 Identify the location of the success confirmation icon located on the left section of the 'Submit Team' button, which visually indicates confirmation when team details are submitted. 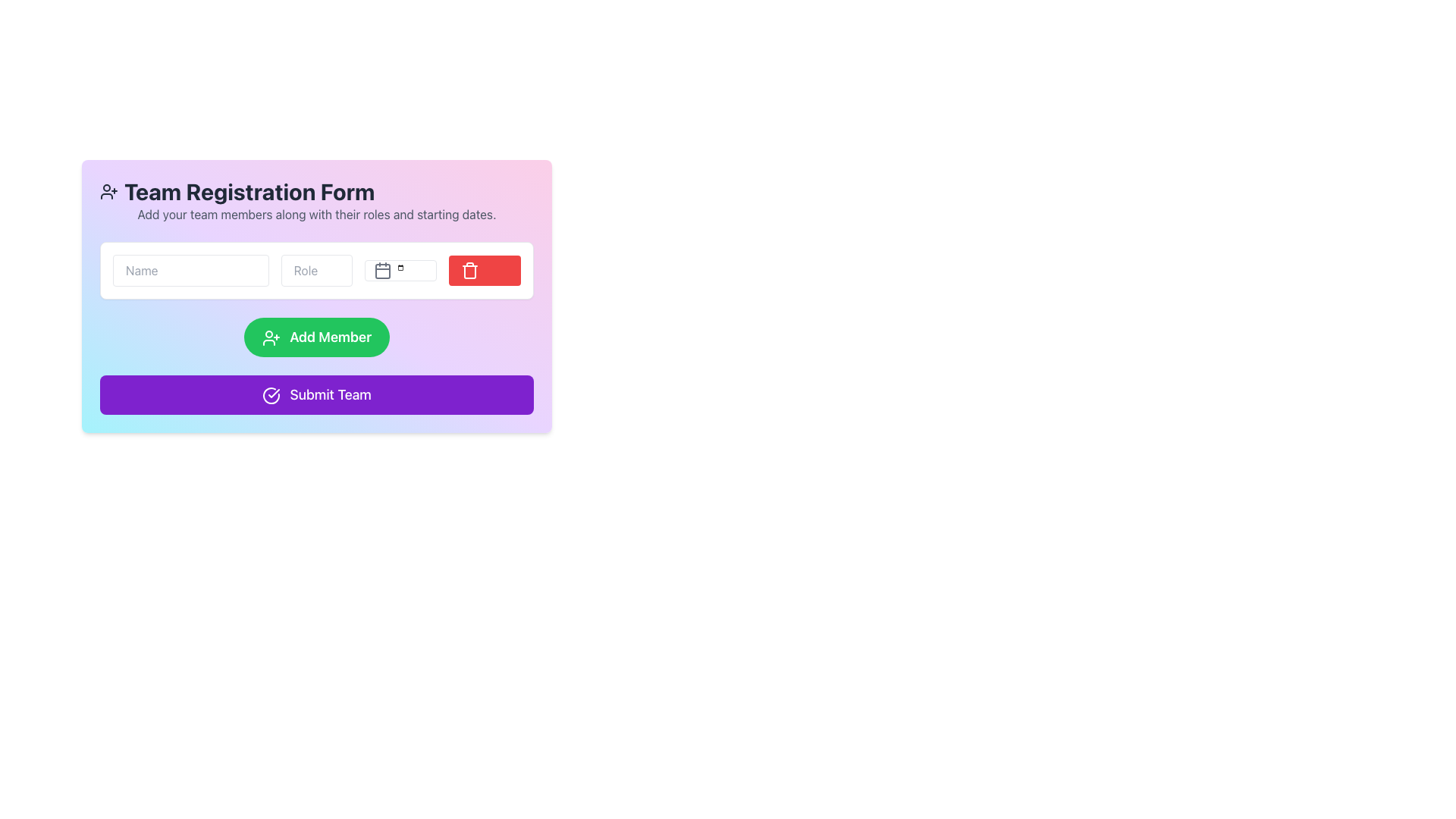
(271, 395).